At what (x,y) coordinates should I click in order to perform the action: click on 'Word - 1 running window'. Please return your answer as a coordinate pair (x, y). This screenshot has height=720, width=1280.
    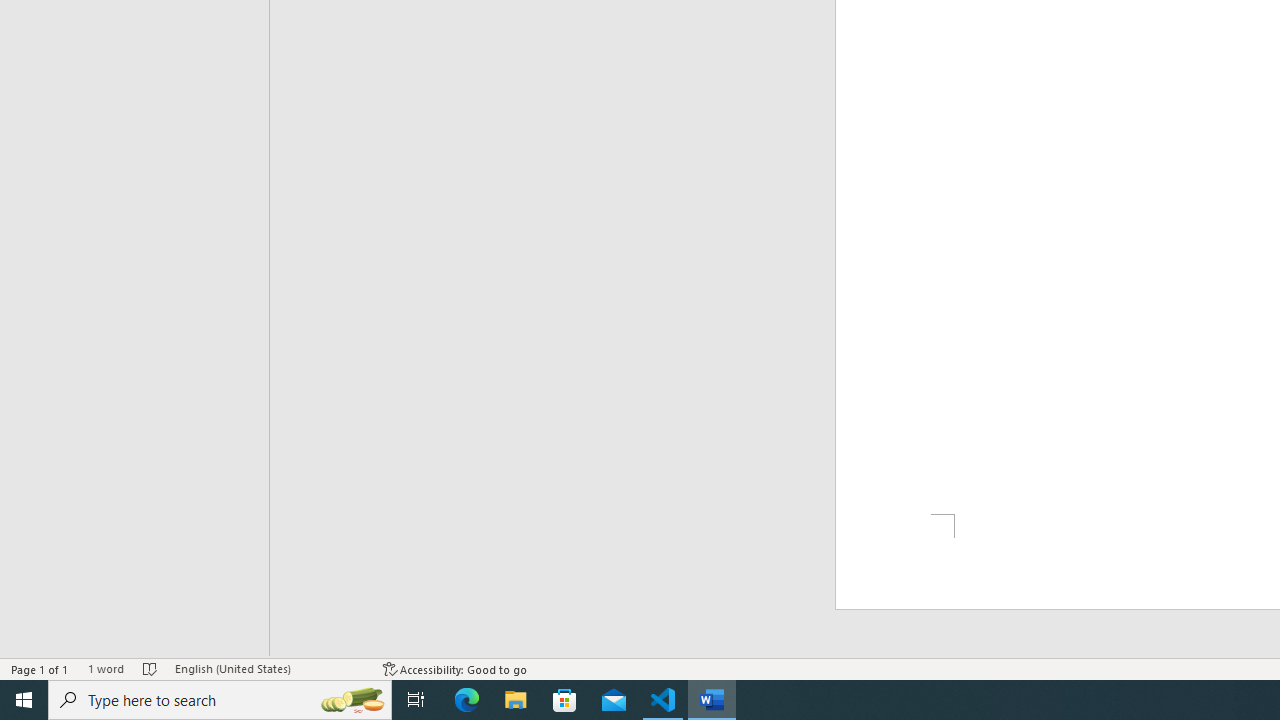
    Looking at the image, I should click on (712, 698).